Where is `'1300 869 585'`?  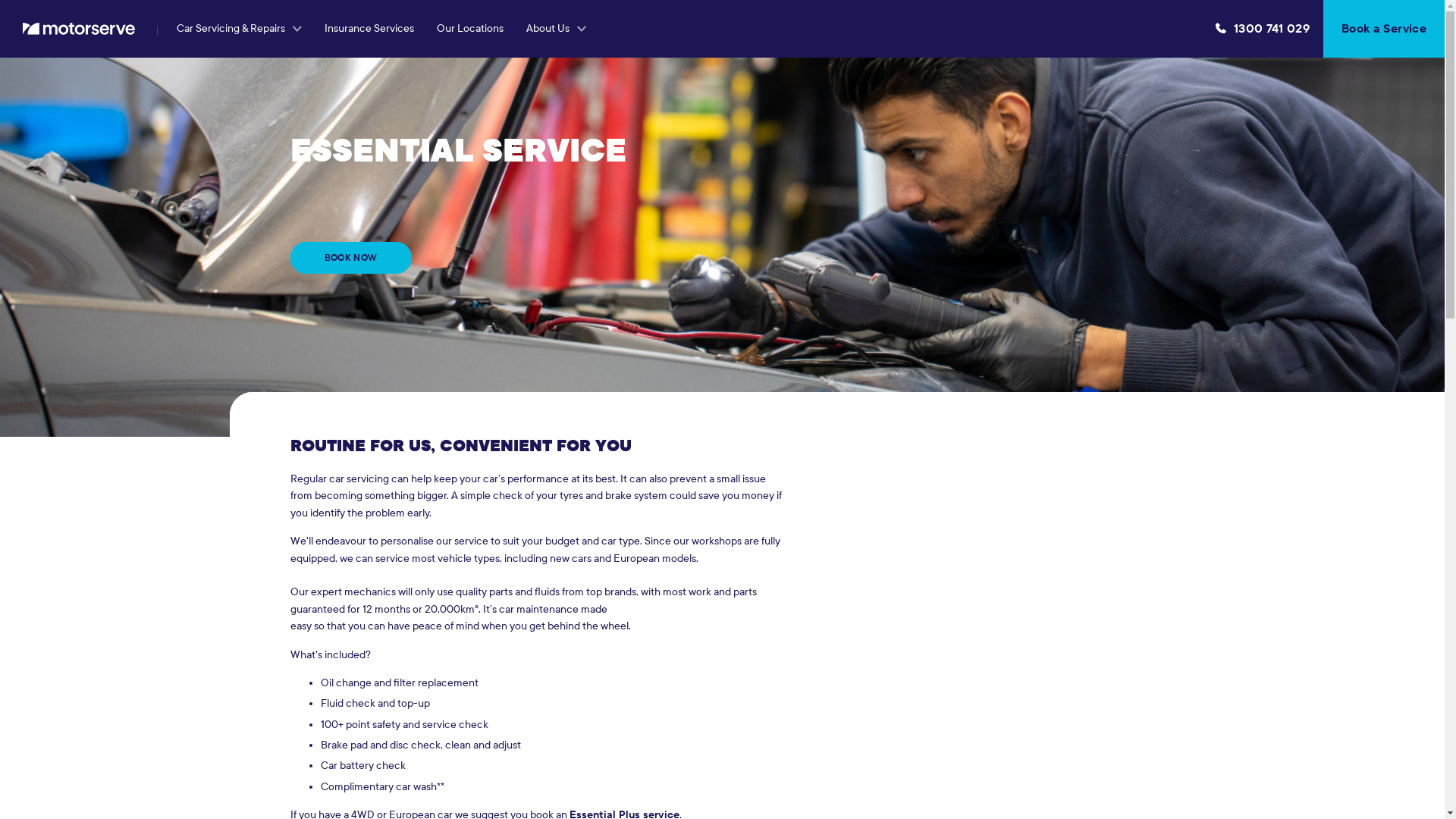
'1300 869 585' is located at coordinates (1263, 29).